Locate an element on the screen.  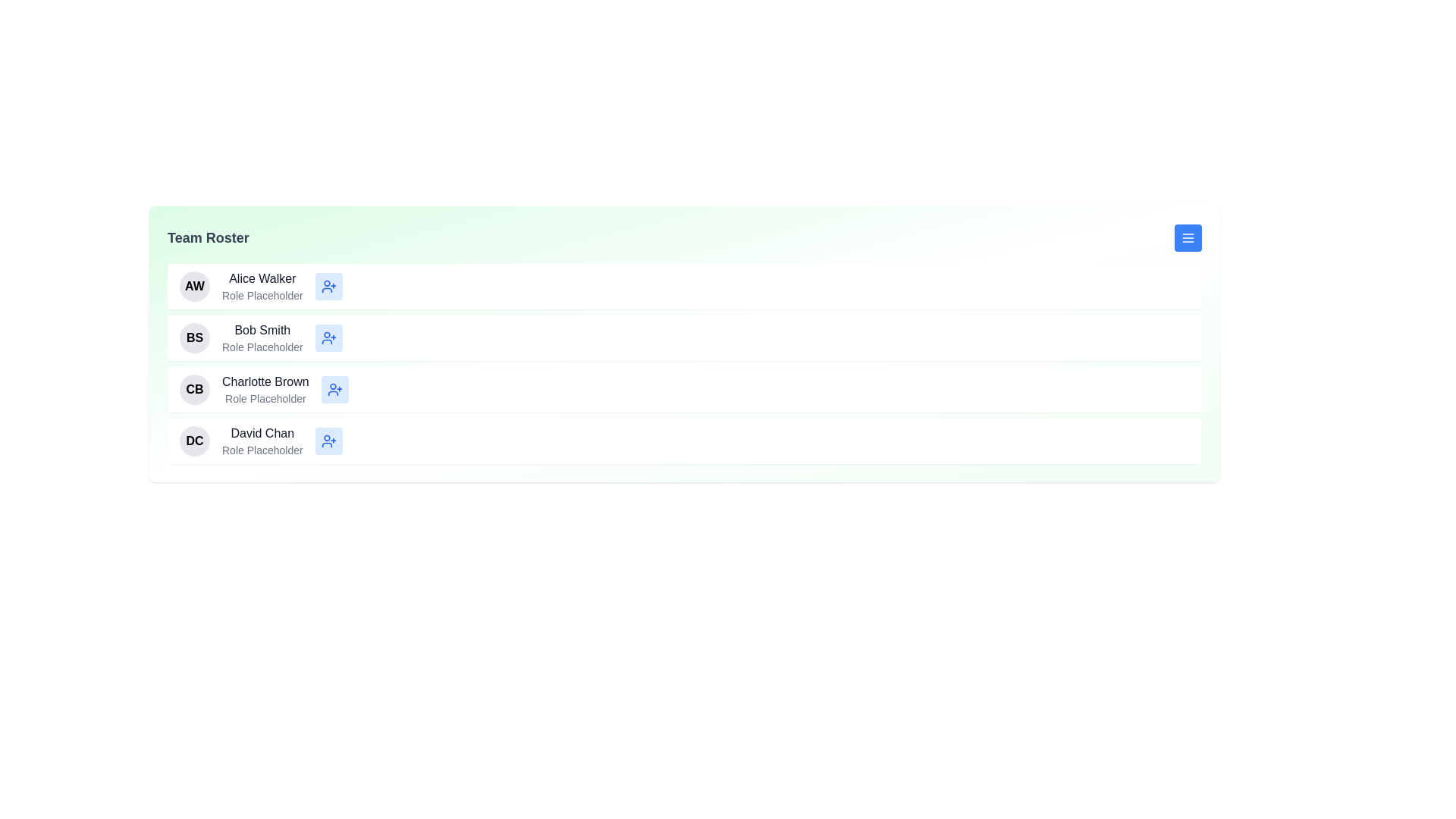
the light blue button with a user icon next to 'Bob Smith, Role Placeholder' to observe any interaction effect is located at coordinates (328, 337).